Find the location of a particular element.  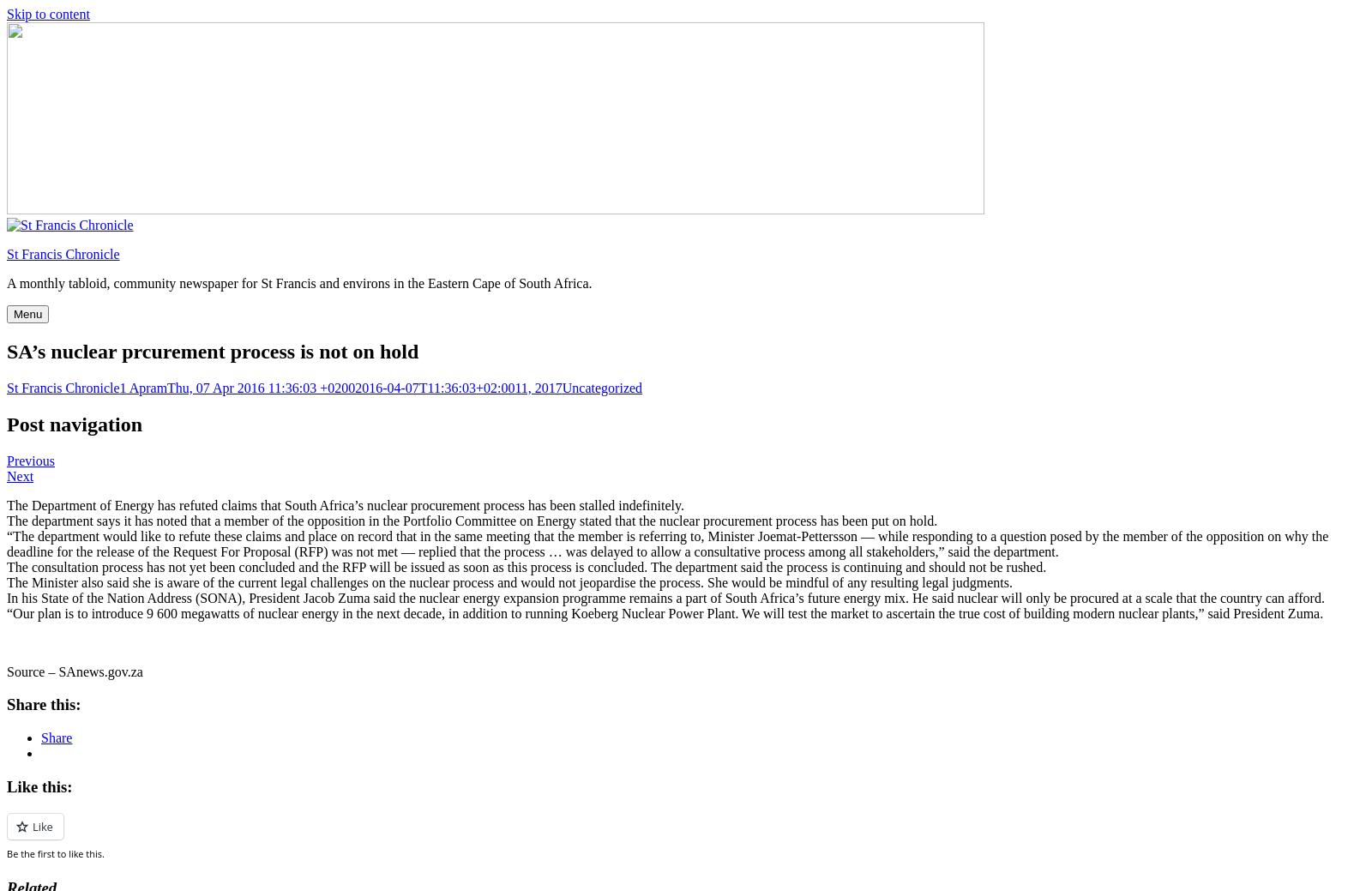

'Menu' is located at coordinates (27, 313).